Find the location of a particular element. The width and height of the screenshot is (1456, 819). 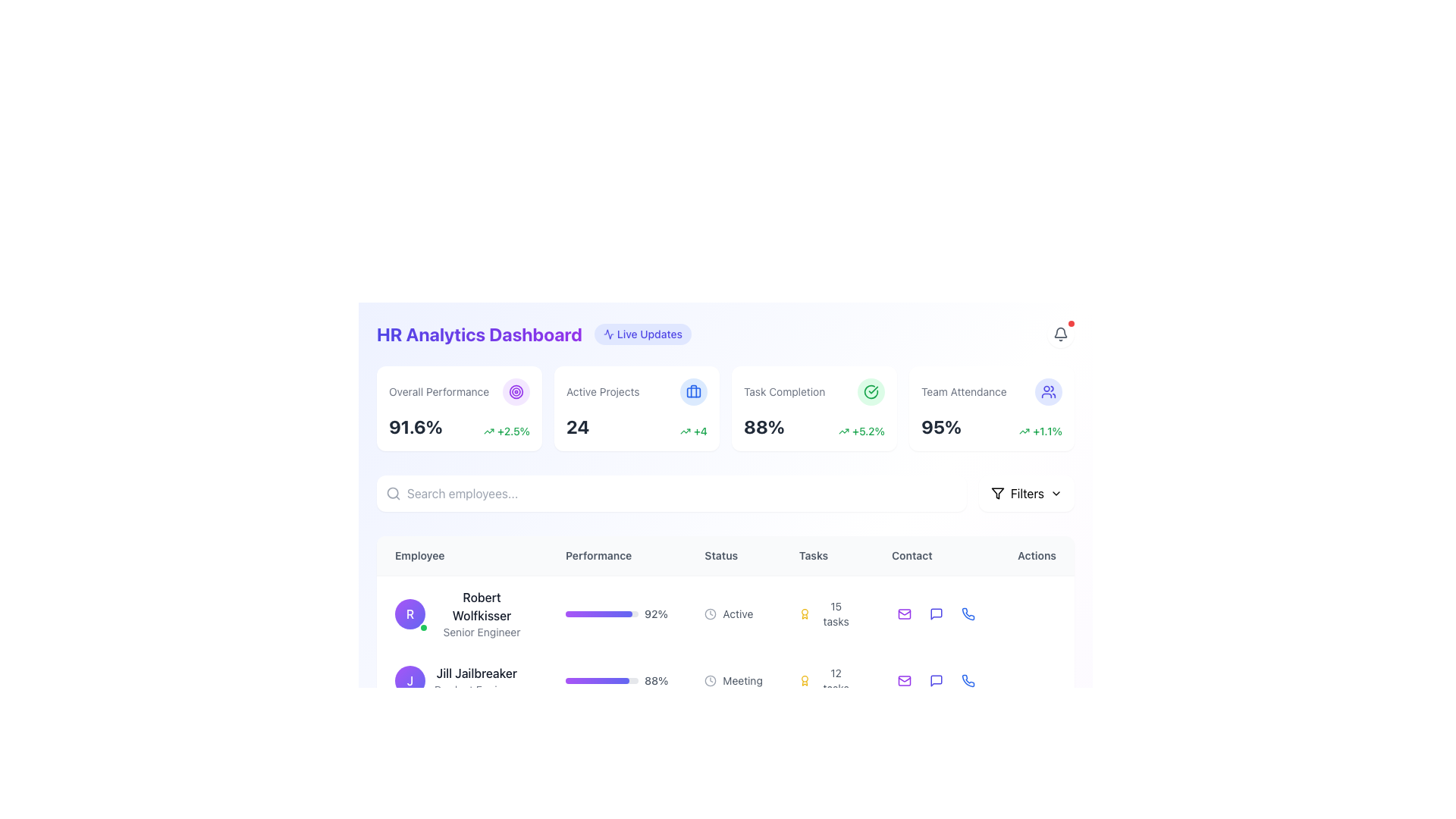

the Employee Performance Table located in the lower-right section of the page is located at coordinates (724, 651).